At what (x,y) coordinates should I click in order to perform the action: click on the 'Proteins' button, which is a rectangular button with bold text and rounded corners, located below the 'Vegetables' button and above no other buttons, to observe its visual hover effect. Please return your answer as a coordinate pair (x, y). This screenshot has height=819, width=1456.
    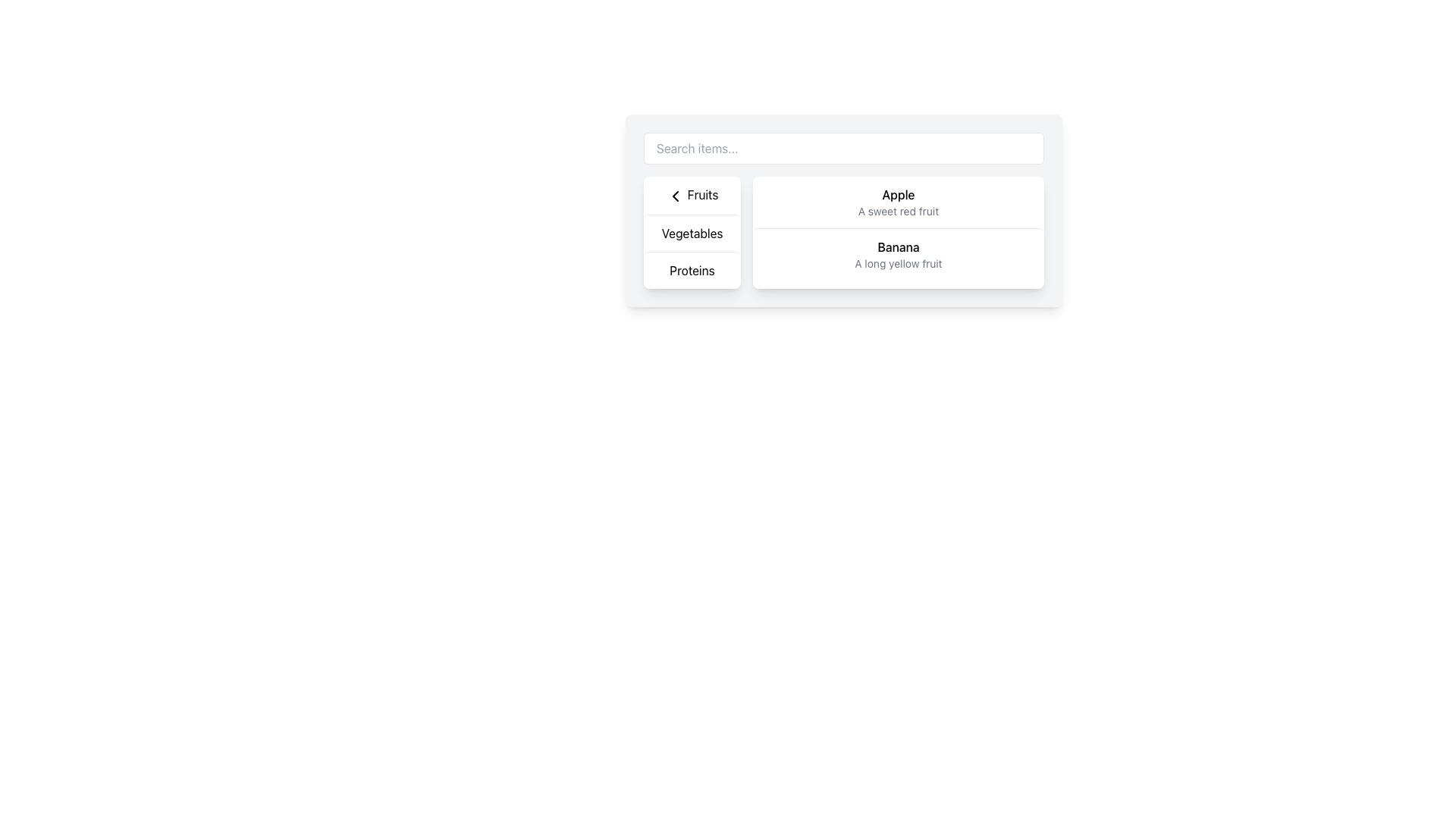
    Looking at the image, I should click on (691, 268).